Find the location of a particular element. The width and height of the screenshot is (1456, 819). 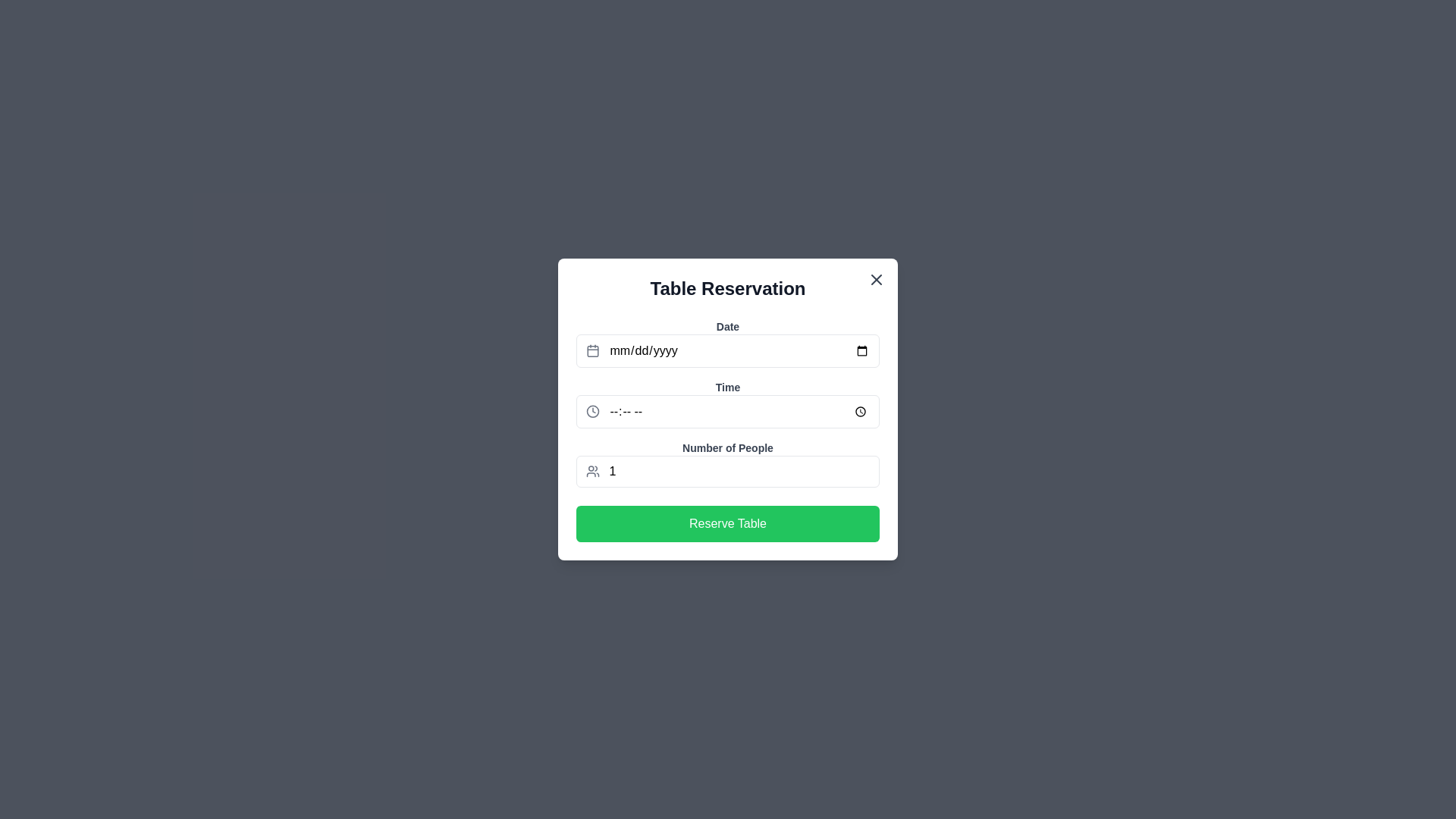

the 'Reserve Table' button with a green background and white text located at the bottom of the 'Table Reservation' modal dialog box to confirm the reservation is located at coordinates (728, 522).